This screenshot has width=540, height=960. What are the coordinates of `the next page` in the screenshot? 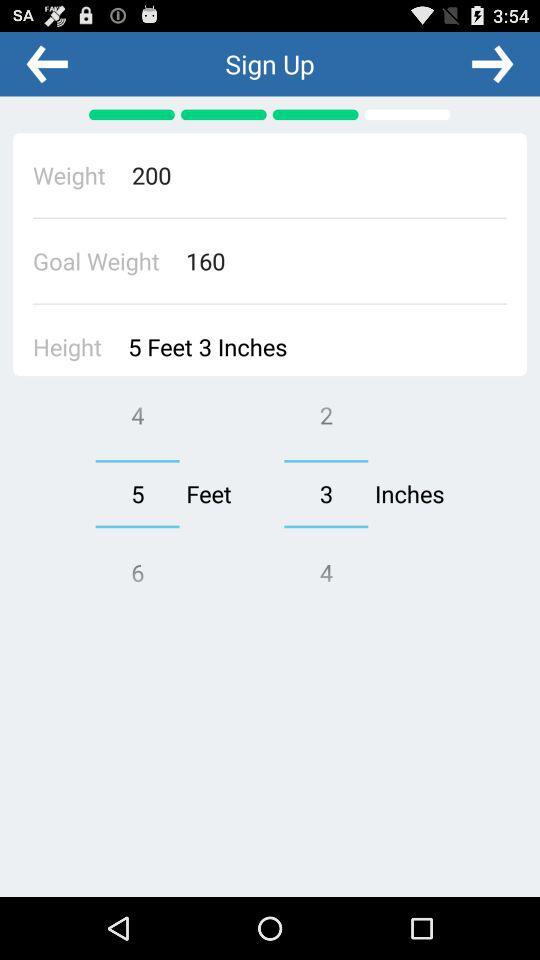 It's located at (491, 63).